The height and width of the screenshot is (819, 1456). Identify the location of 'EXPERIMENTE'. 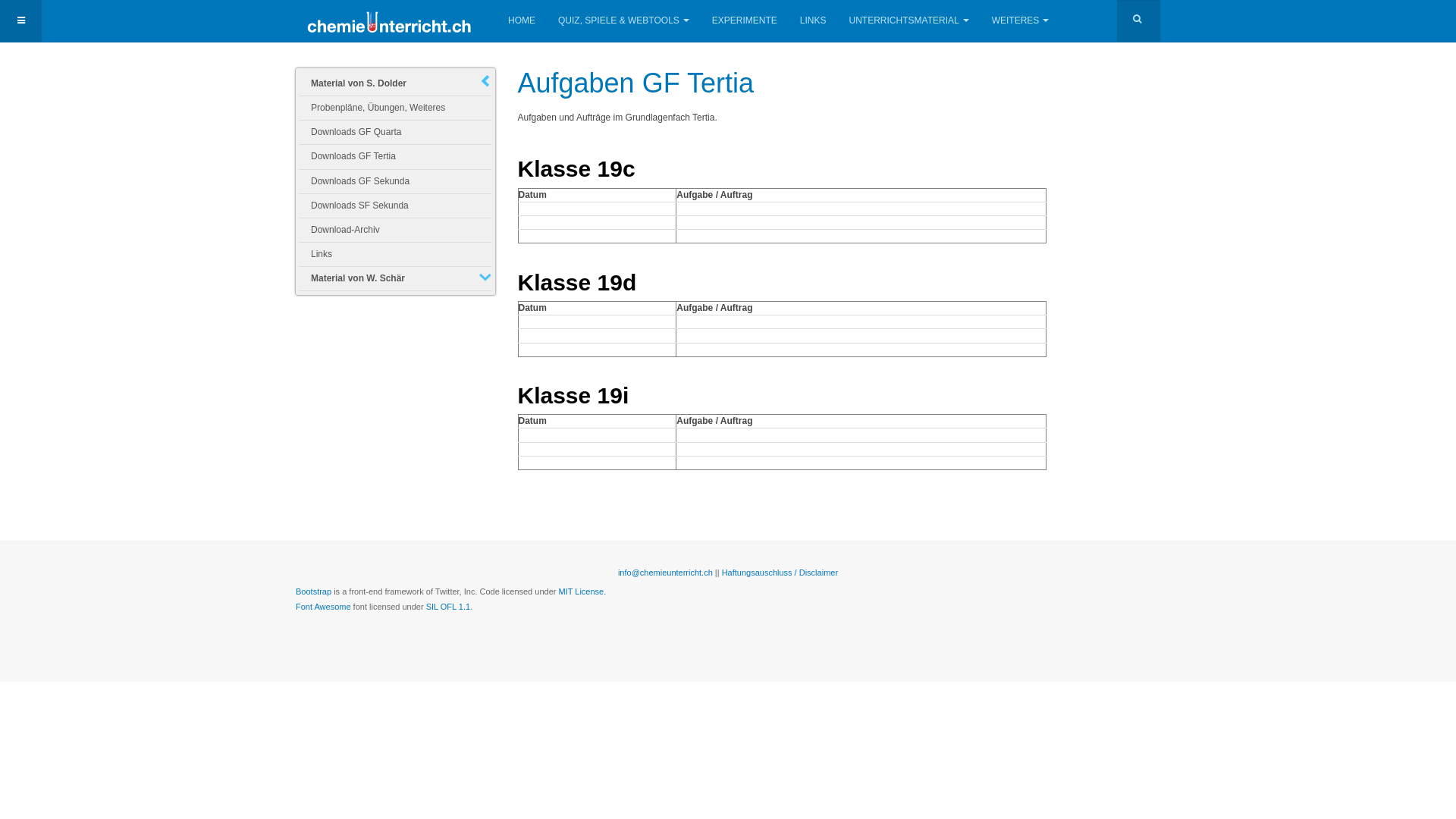
(711, 20).